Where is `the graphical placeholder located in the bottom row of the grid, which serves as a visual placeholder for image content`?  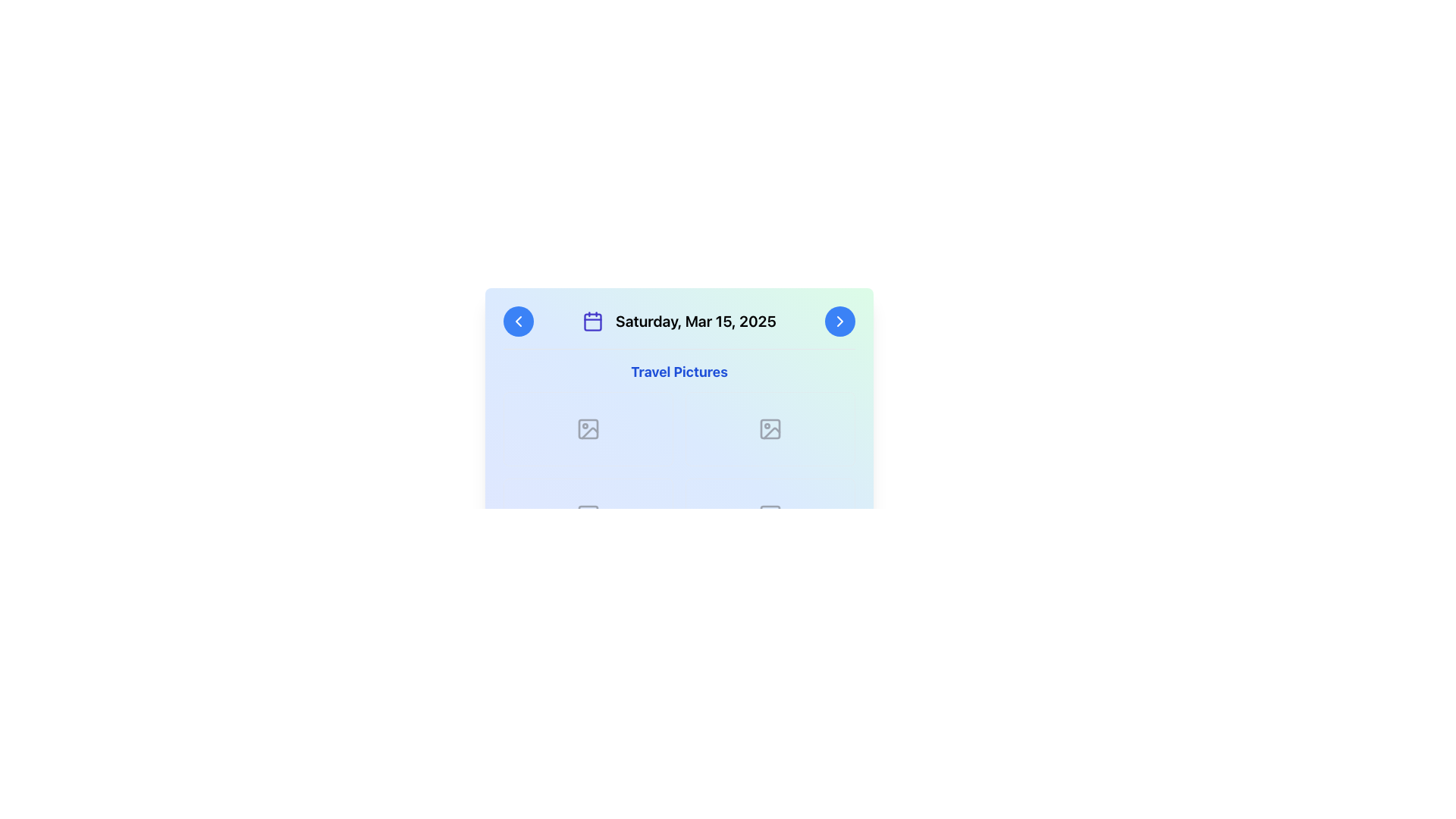 the graphical placeholder located in the bottom row of the grid, which serves as a visual placeholder for image content is located at coordinates (588, 514).